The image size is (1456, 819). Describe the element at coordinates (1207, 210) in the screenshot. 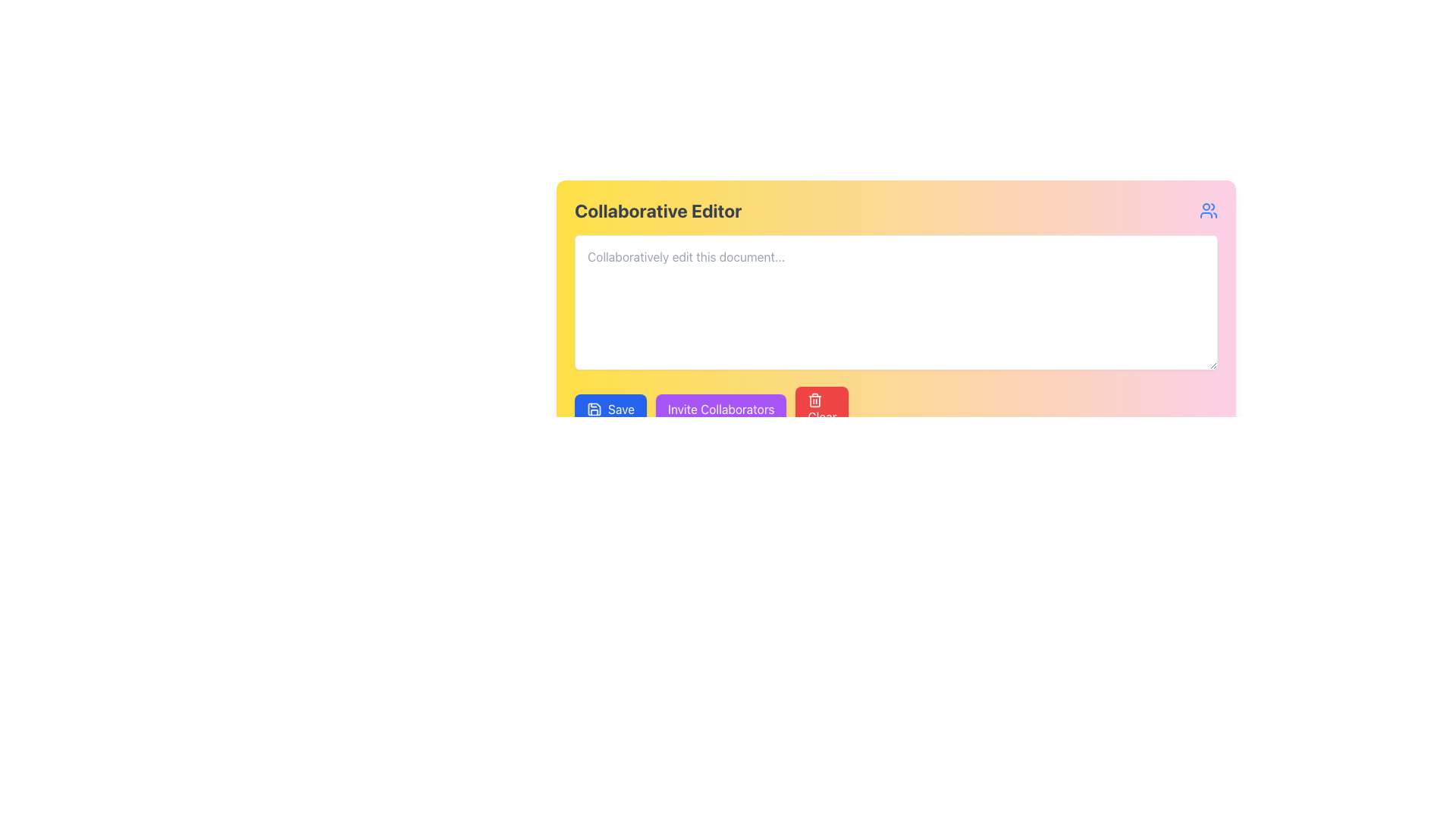

I see `the graphical icon resembling a group of people, which is predominantly blue and located at the top-right corner of the 'Collaborative Editor' section` at that location.